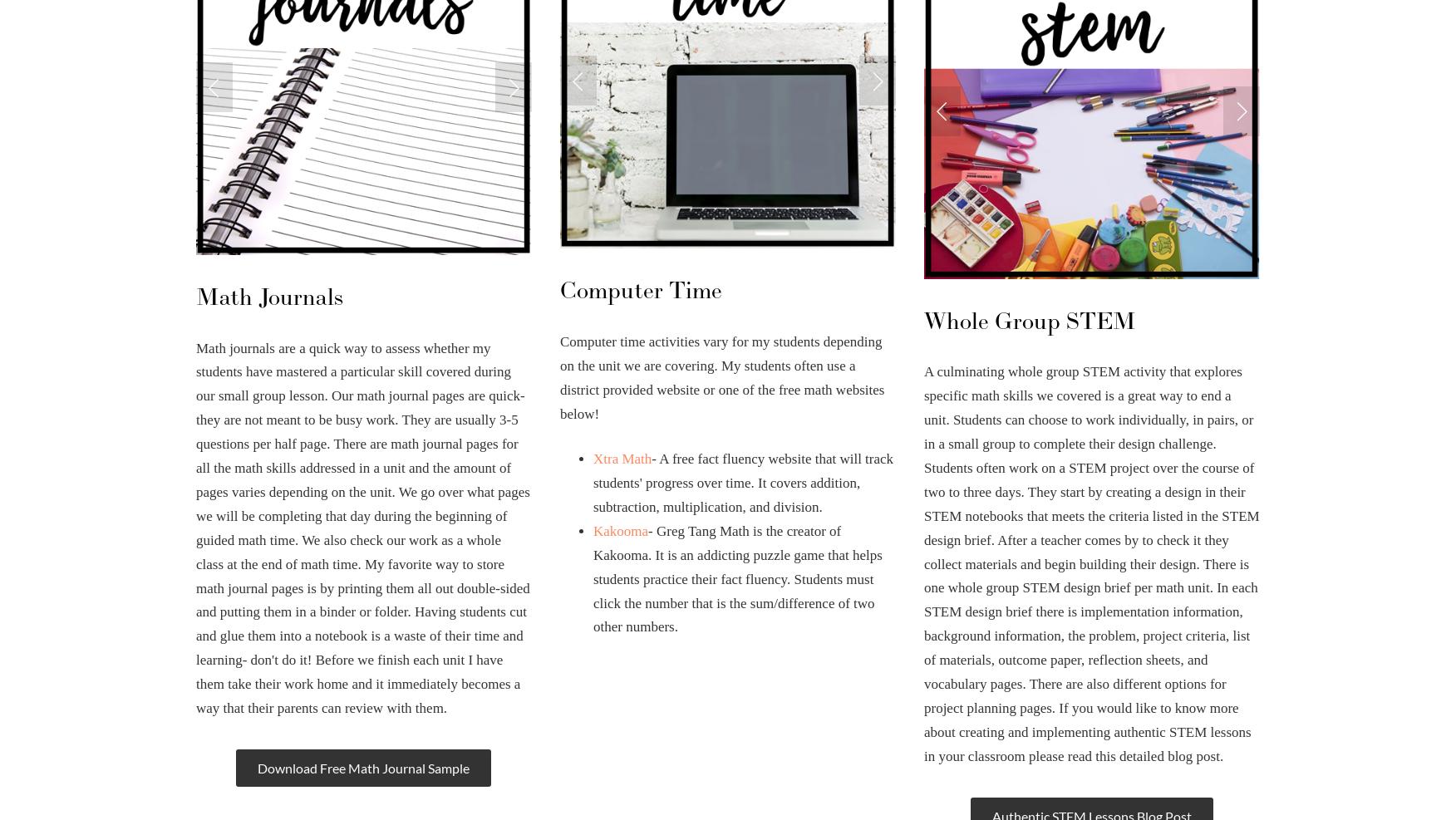 This screenshot has height=820, width=1456. I want to click on 'Math journals are a quick way to assess whether my students have mastered a particular skill covered during our small group lesson. Our math journal pages are quick- they are not meant to be busy work. They are usually 3-5 questions per half page. There are math journal pages for all the math skills addressed in a unit and the amount of pages varies depending on the unit. We go over what pages we will be completing that day during the beginning of guided math time. We also check our work as a whole class at the end of math time. My favorite way to store math journal pages is by printing them all out double-sided and putting them in a binder or folder. Having students cut and glue them into a notebook is a waste of their time and learning- don't do it! Before we finish each unit I have them take their work home and it immediately becomes a way that their parents can review with them.', so click(362, 527).